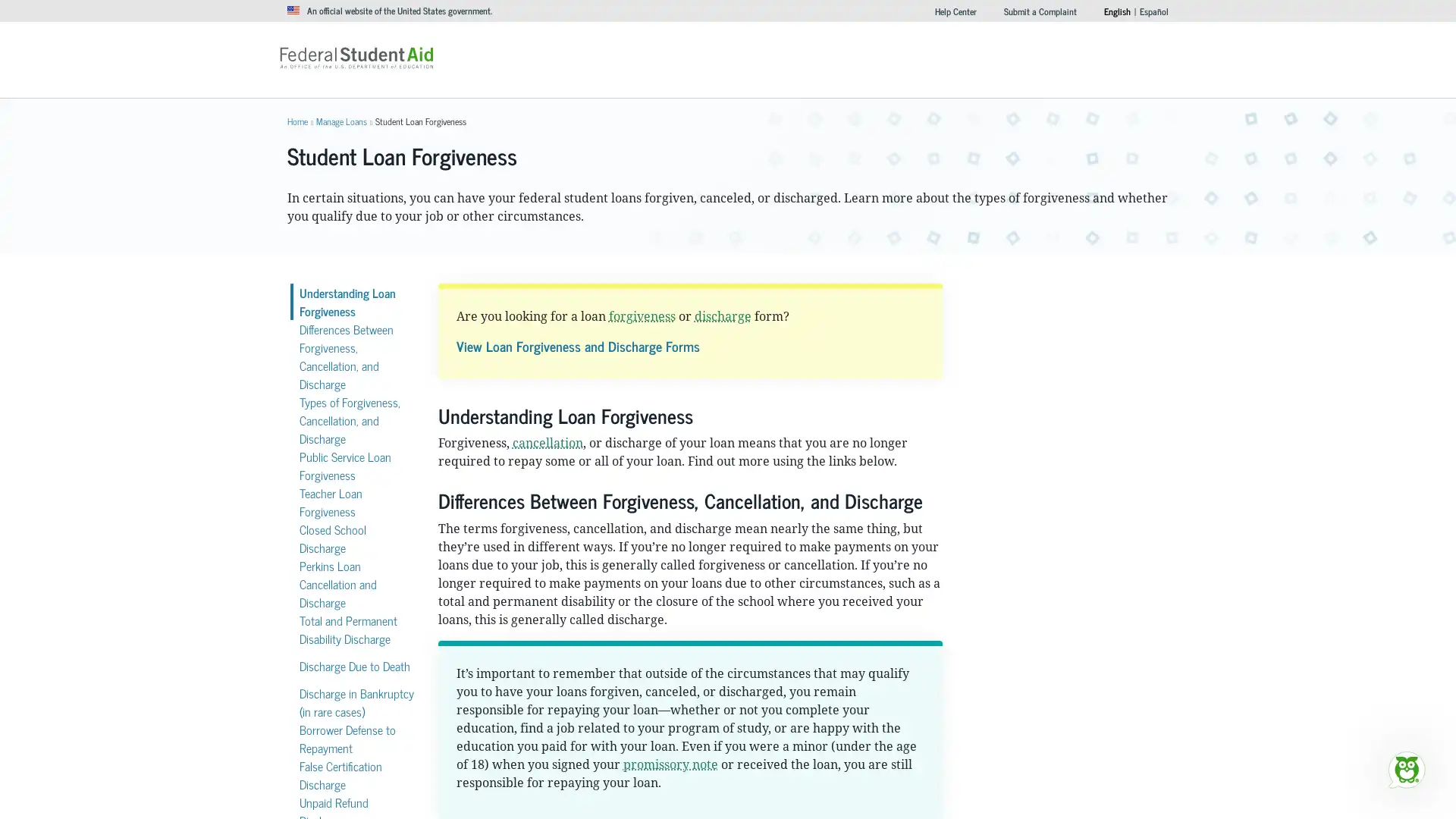  I want to click on English |, so click(1117, 11).